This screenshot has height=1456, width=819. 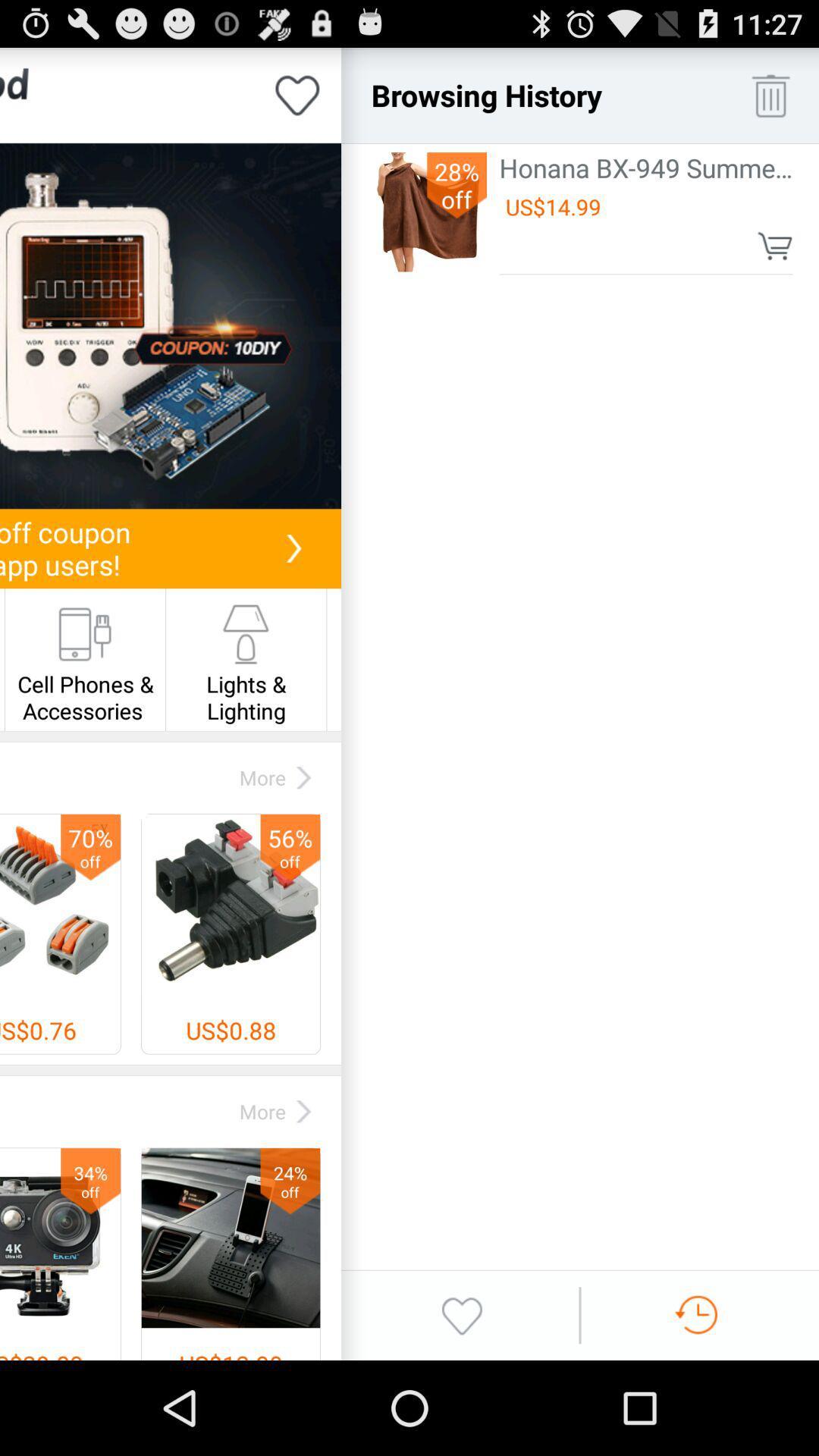 I want to click on delete option which is right corner of the top, so click(x=770, y=94).